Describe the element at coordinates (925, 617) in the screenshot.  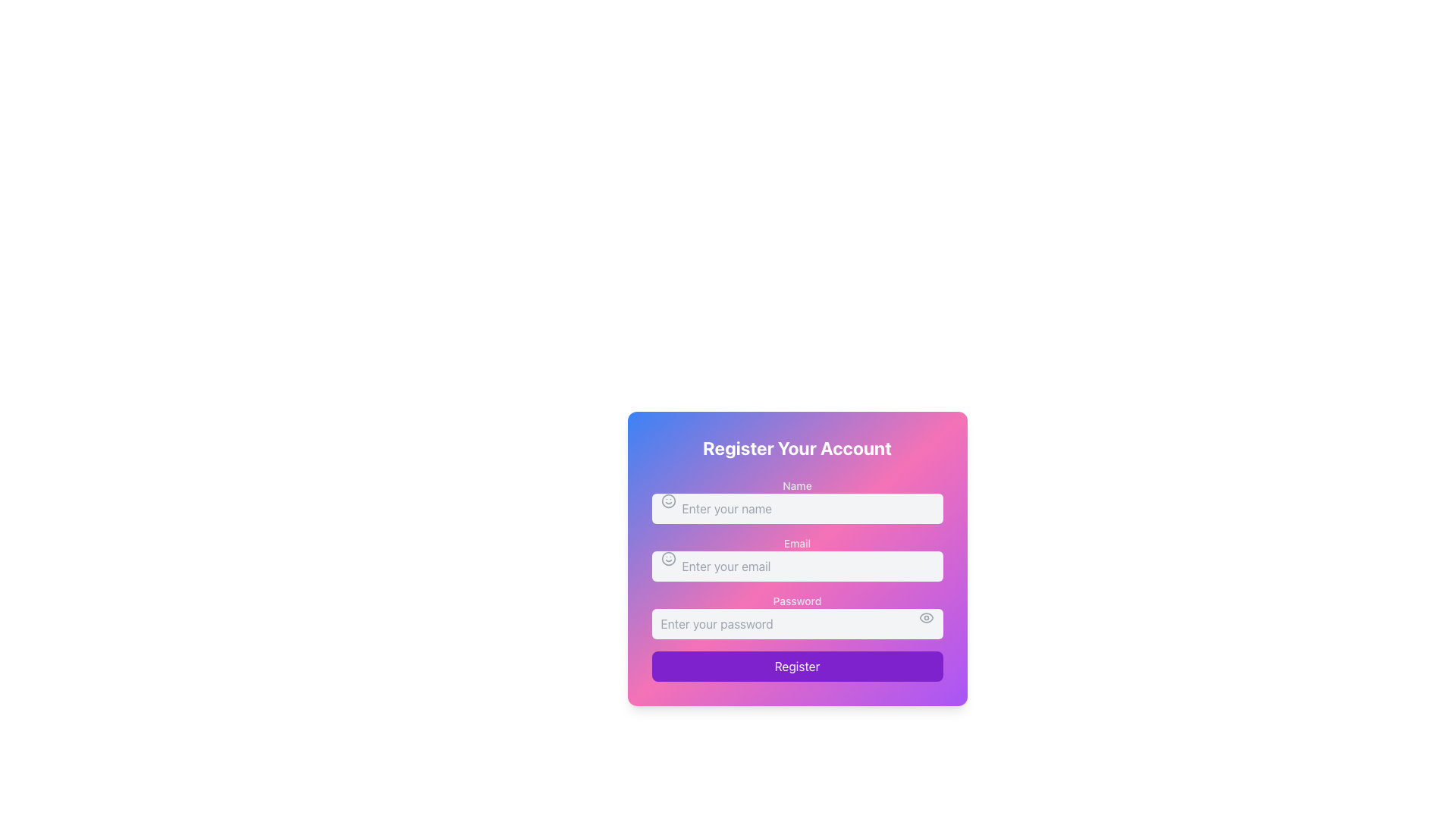
I see `the visibility toggle icon inside the 'Password' input field in the registration form to receive tooltip information` at that location.